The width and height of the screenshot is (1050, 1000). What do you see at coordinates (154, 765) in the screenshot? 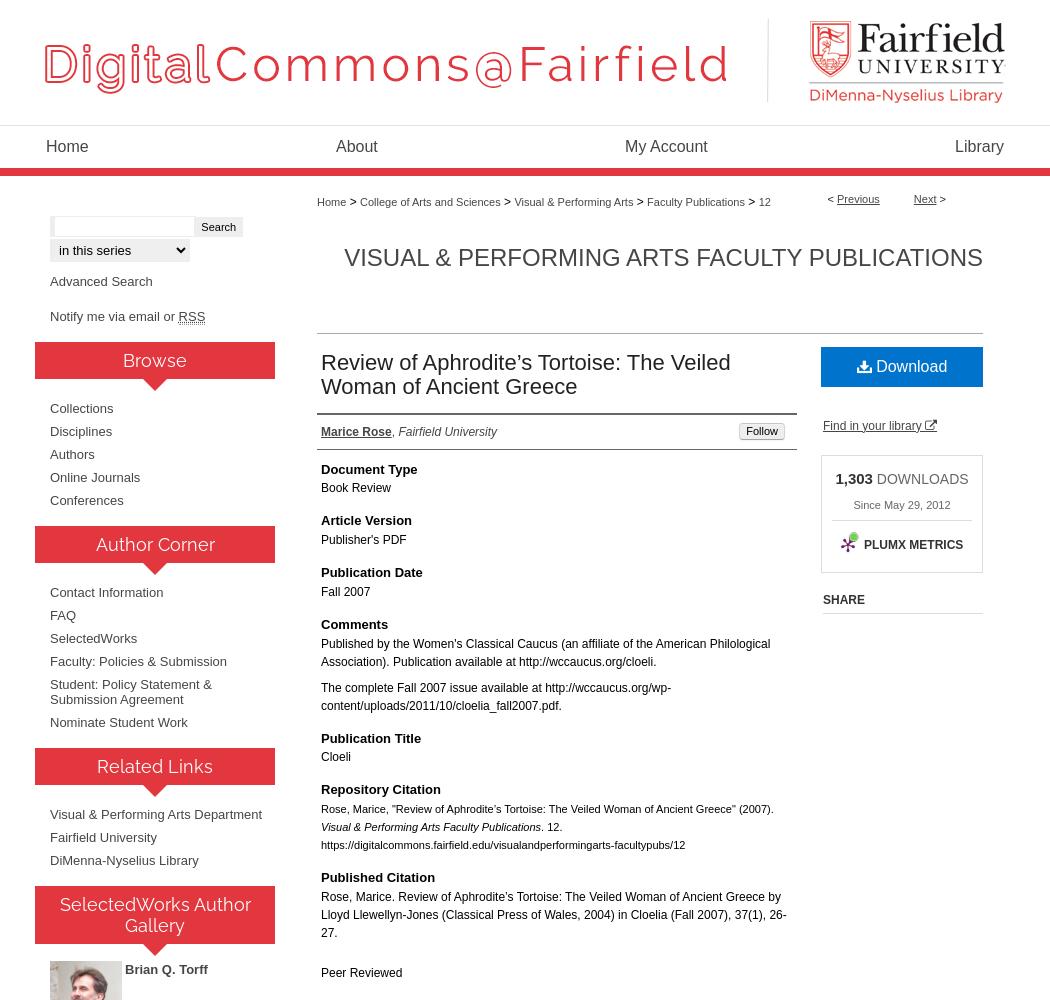
I see `'Related Links'` at bounding box center [154, 765].